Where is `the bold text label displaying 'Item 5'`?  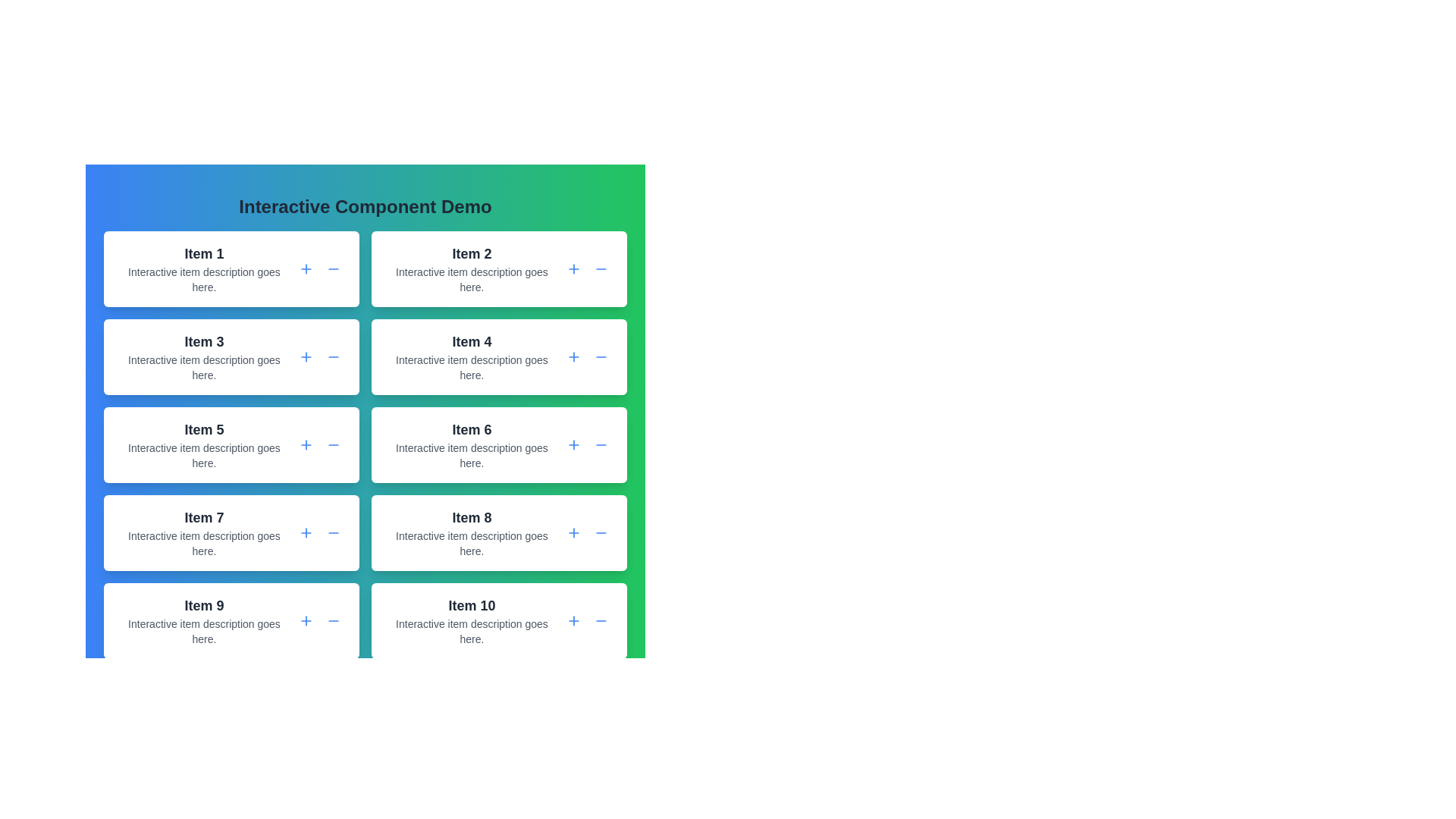
the bold text label displaying 'Item 5' is located at coordinates (203, 430).